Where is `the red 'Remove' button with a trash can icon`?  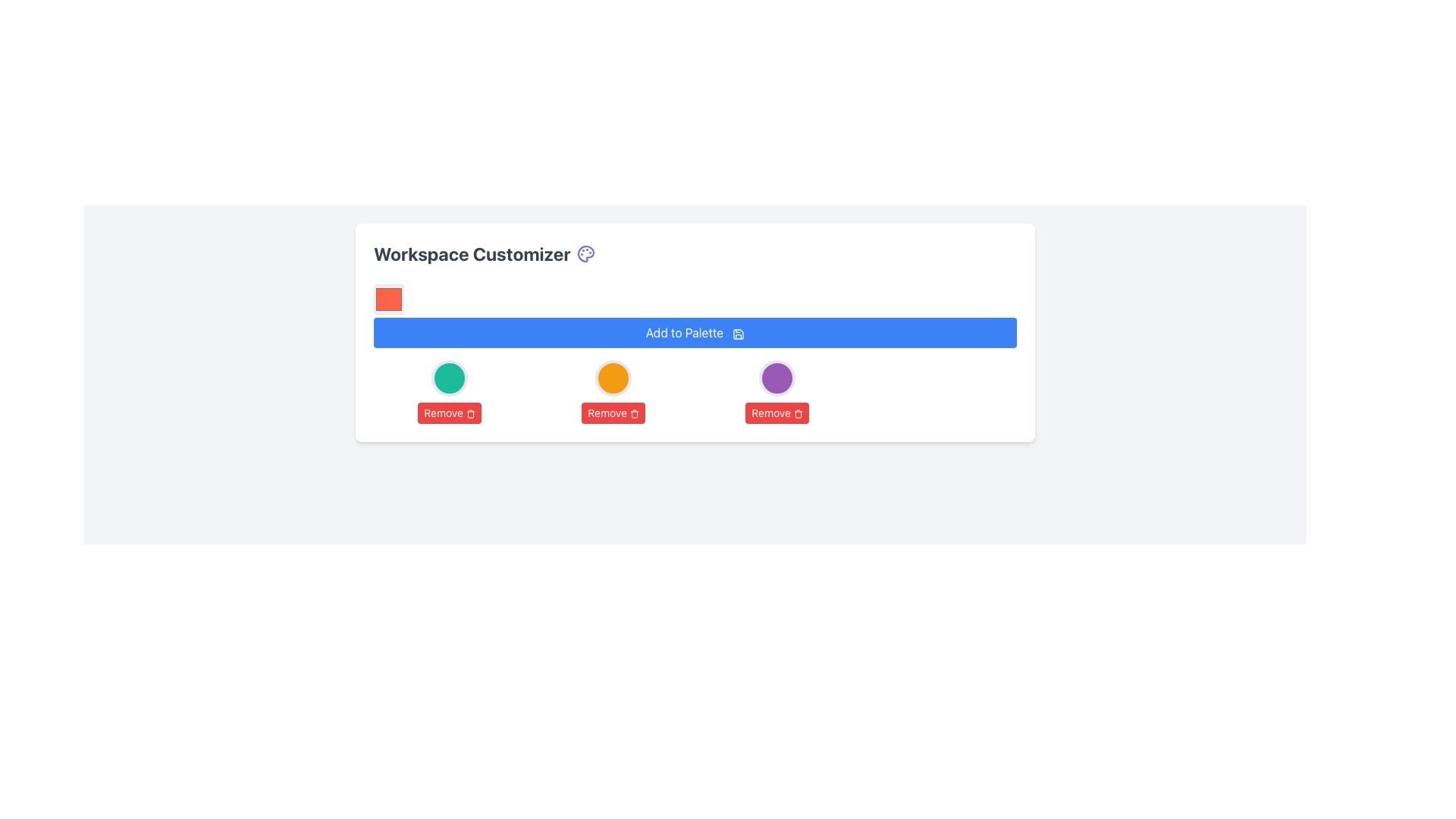
the red 'Remove' button with a trash can icon is located at coordinates (777, 391).